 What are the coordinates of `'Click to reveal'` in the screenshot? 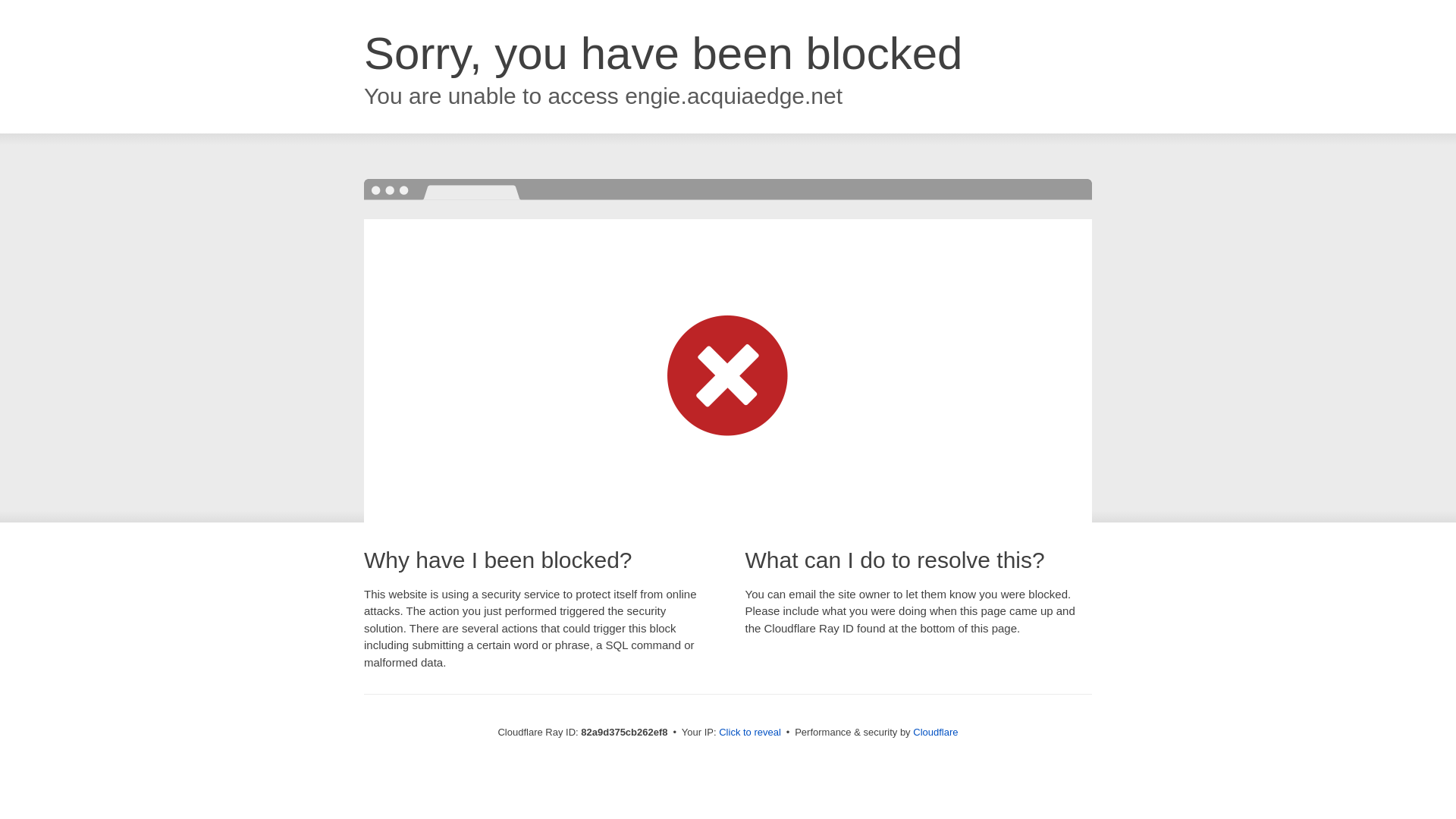 It's located at (749, 731).